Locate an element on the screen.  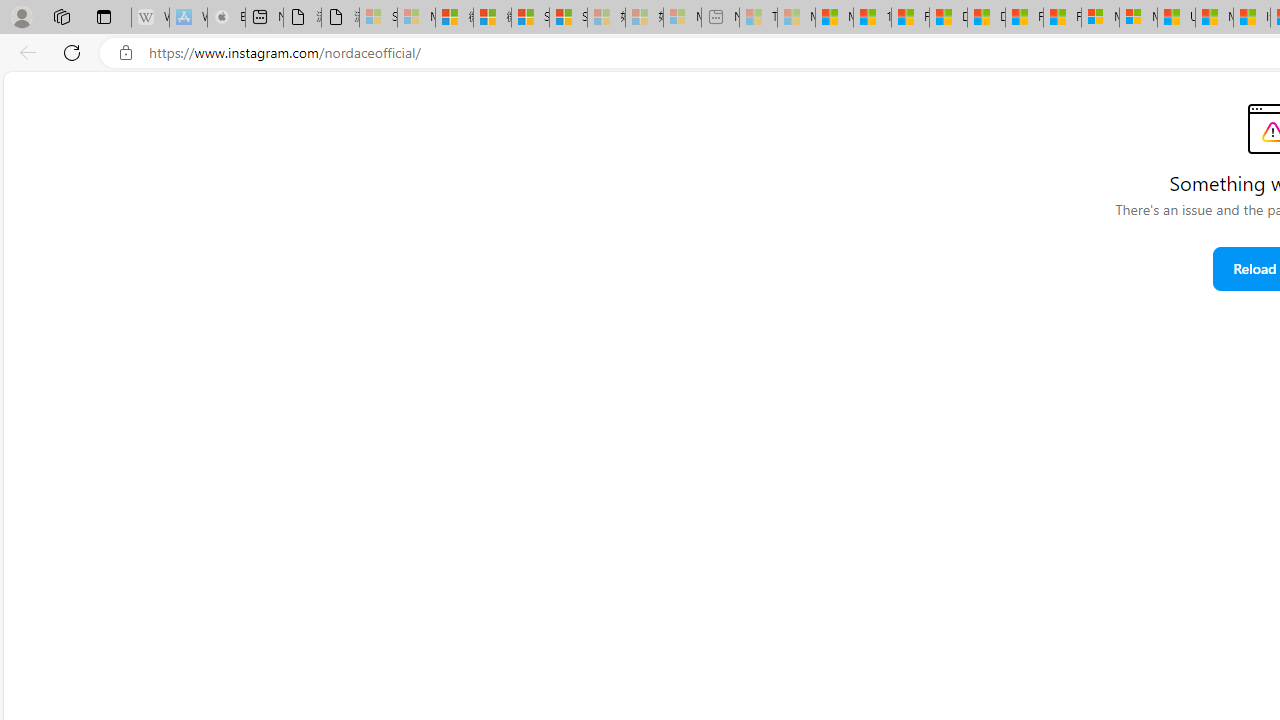
'Top Stories - MSN - Sleeping' is located at coordinates (757, 17).